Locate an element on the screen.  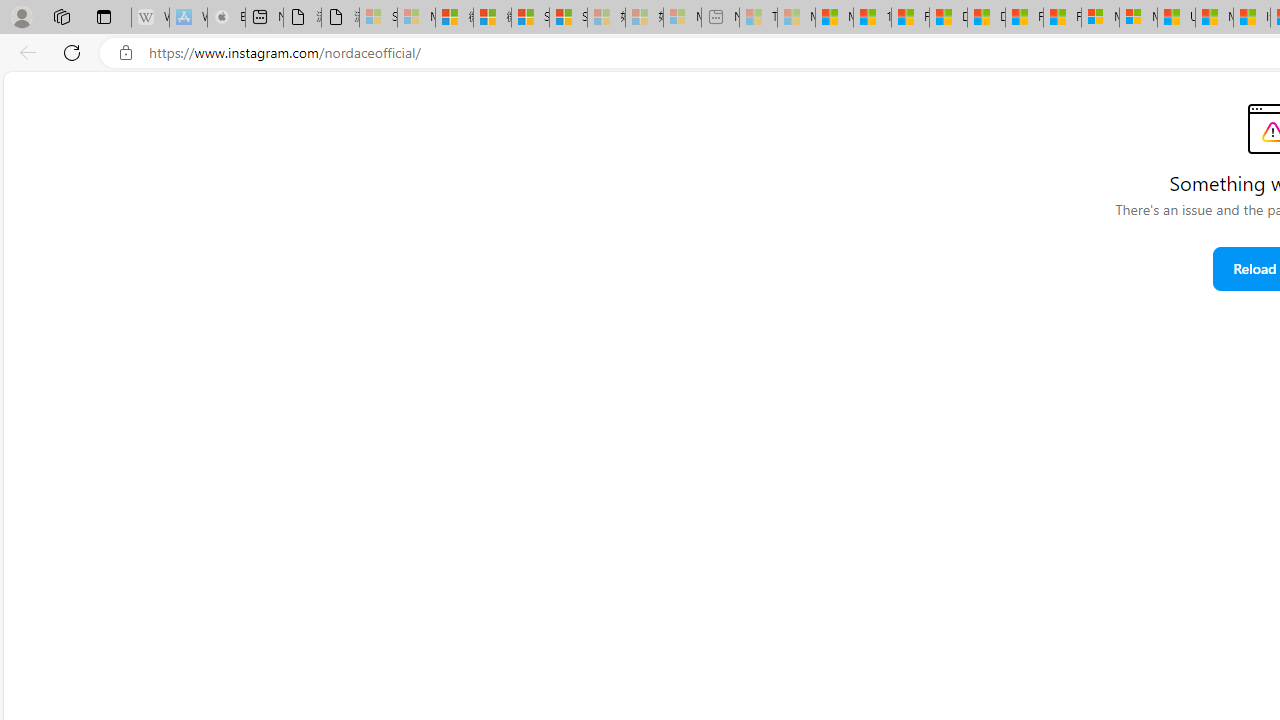
'Top Stories - MSN - Sleeping' is located at coordinates (757, 17).